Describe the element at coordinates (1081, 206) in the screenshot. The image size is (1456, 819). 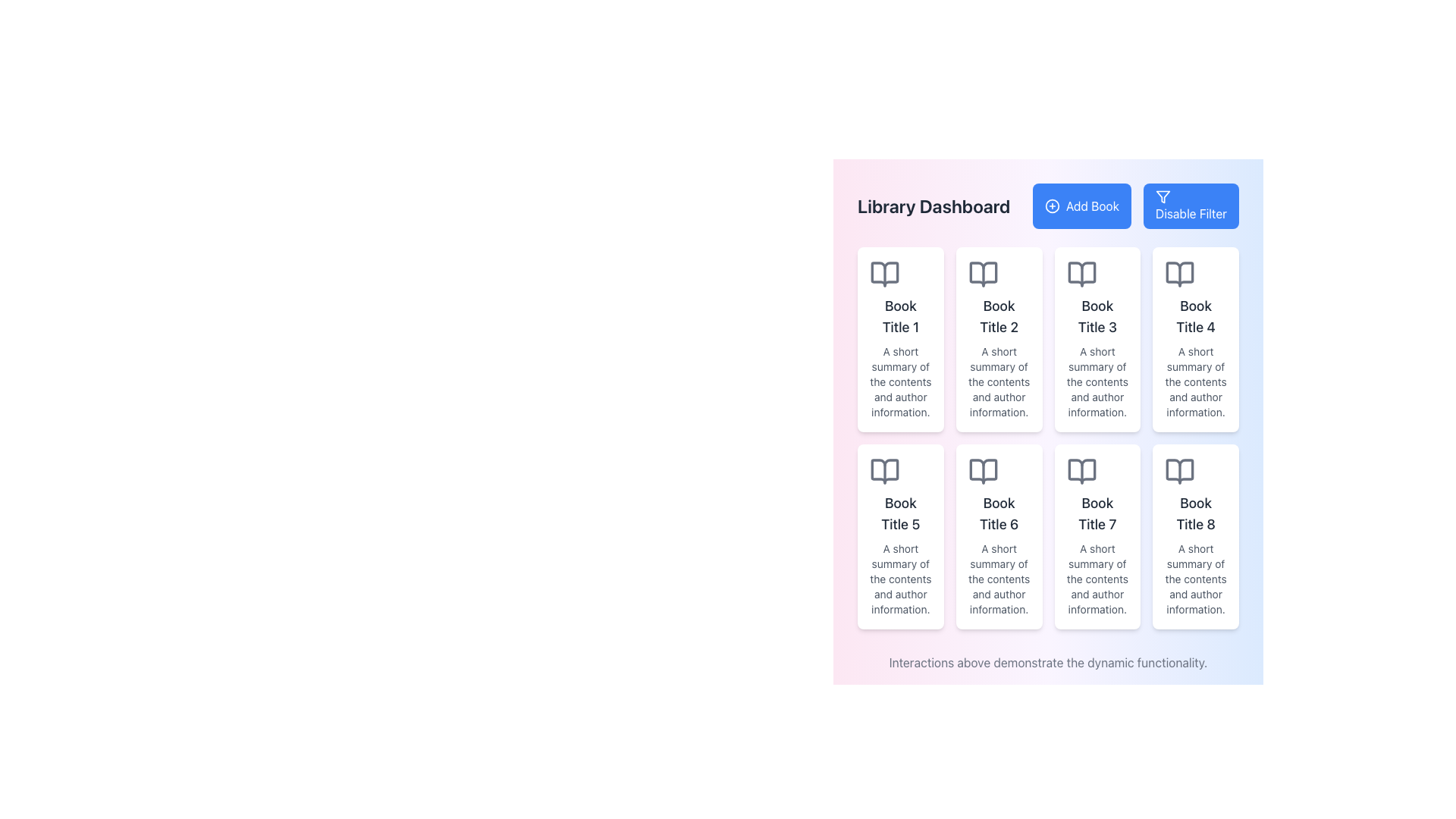
I see `the rectangular 'Add Book' button with a blue background and white text, featuring a circular '+' icon, to change its color` at that location.